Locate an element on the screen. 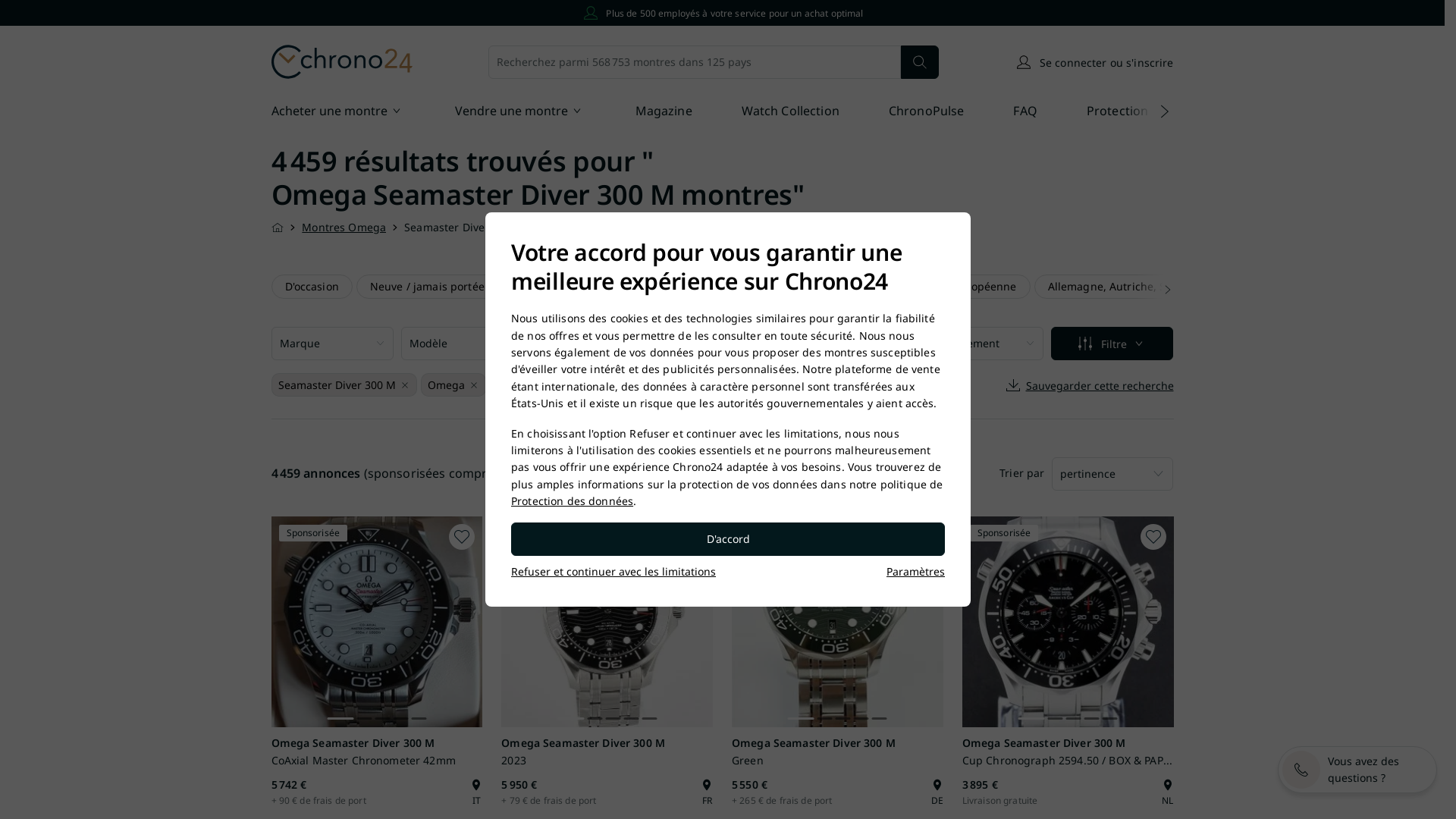 The image size is (1456, 819). 'Sauvegarder cette recherche' is located at coordinates (1087, 384).